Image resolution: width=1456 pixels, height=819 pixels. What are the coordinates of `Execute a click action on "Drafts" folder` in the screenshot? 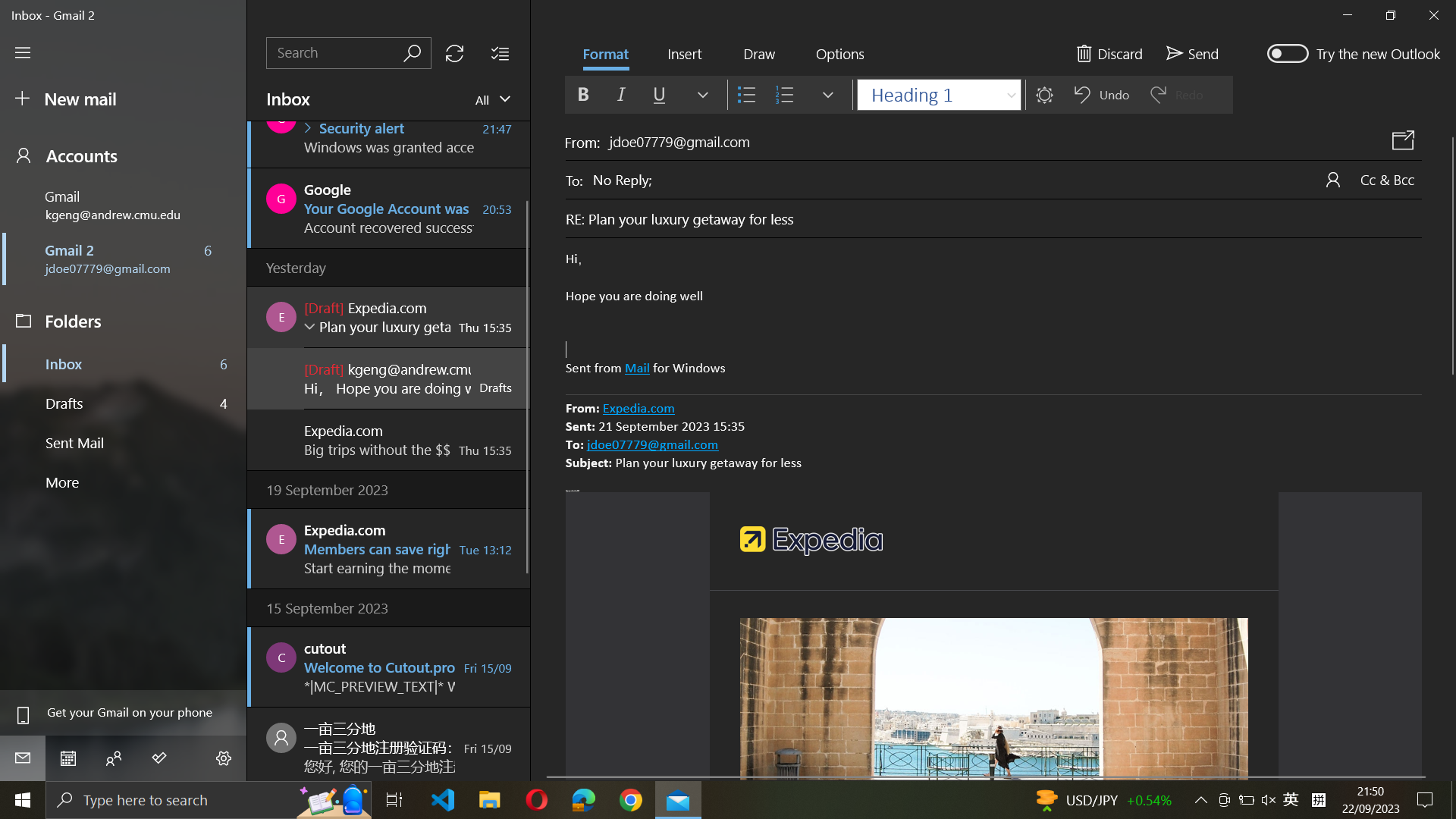 It's located at (124, 401).